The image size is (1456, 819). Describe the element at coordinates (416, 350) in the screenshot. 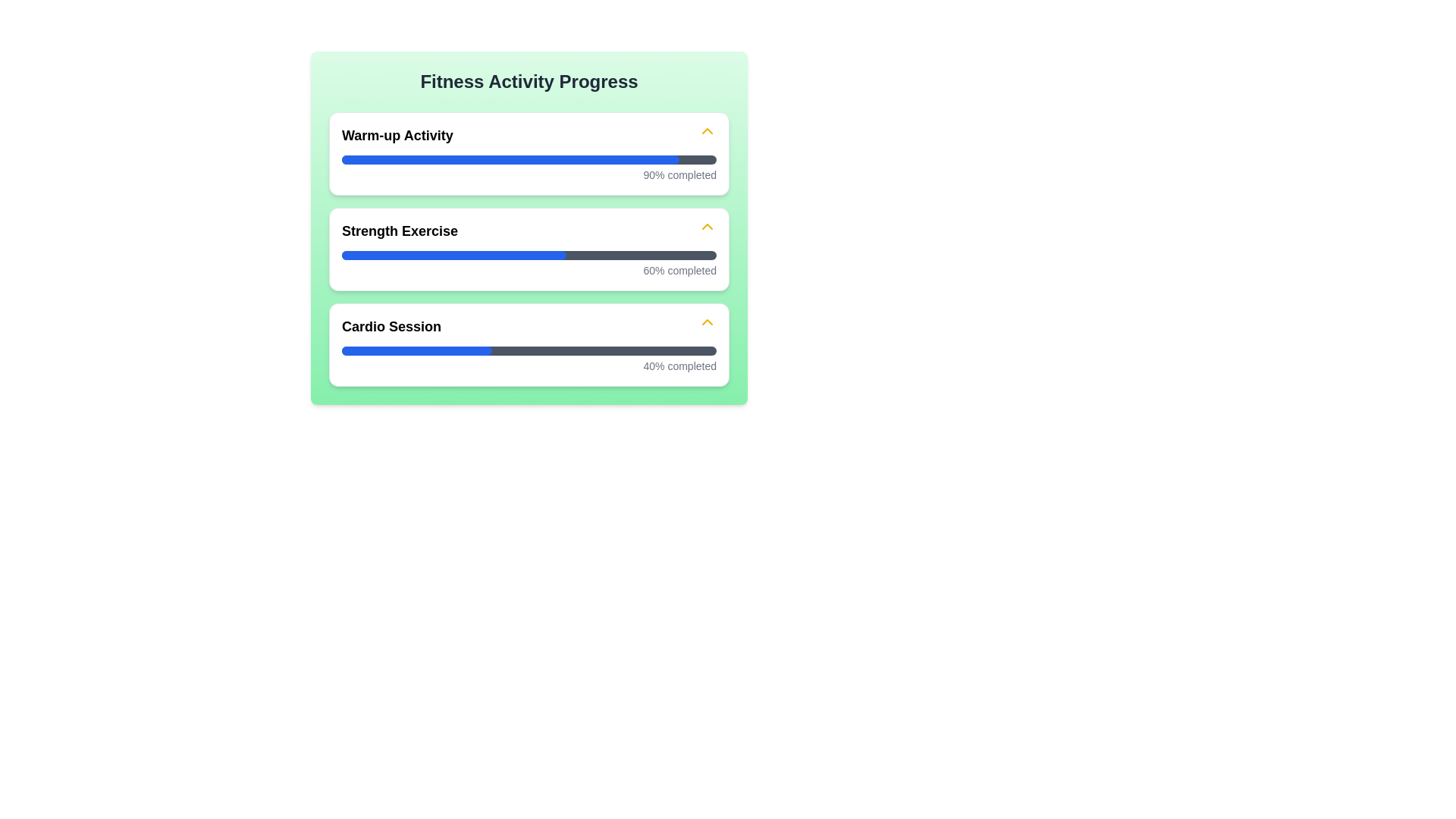

I see `the light blue progress bar at the bottom of the 'Cardio Session' section, which is filled to approximately 40% of its length` at that location.